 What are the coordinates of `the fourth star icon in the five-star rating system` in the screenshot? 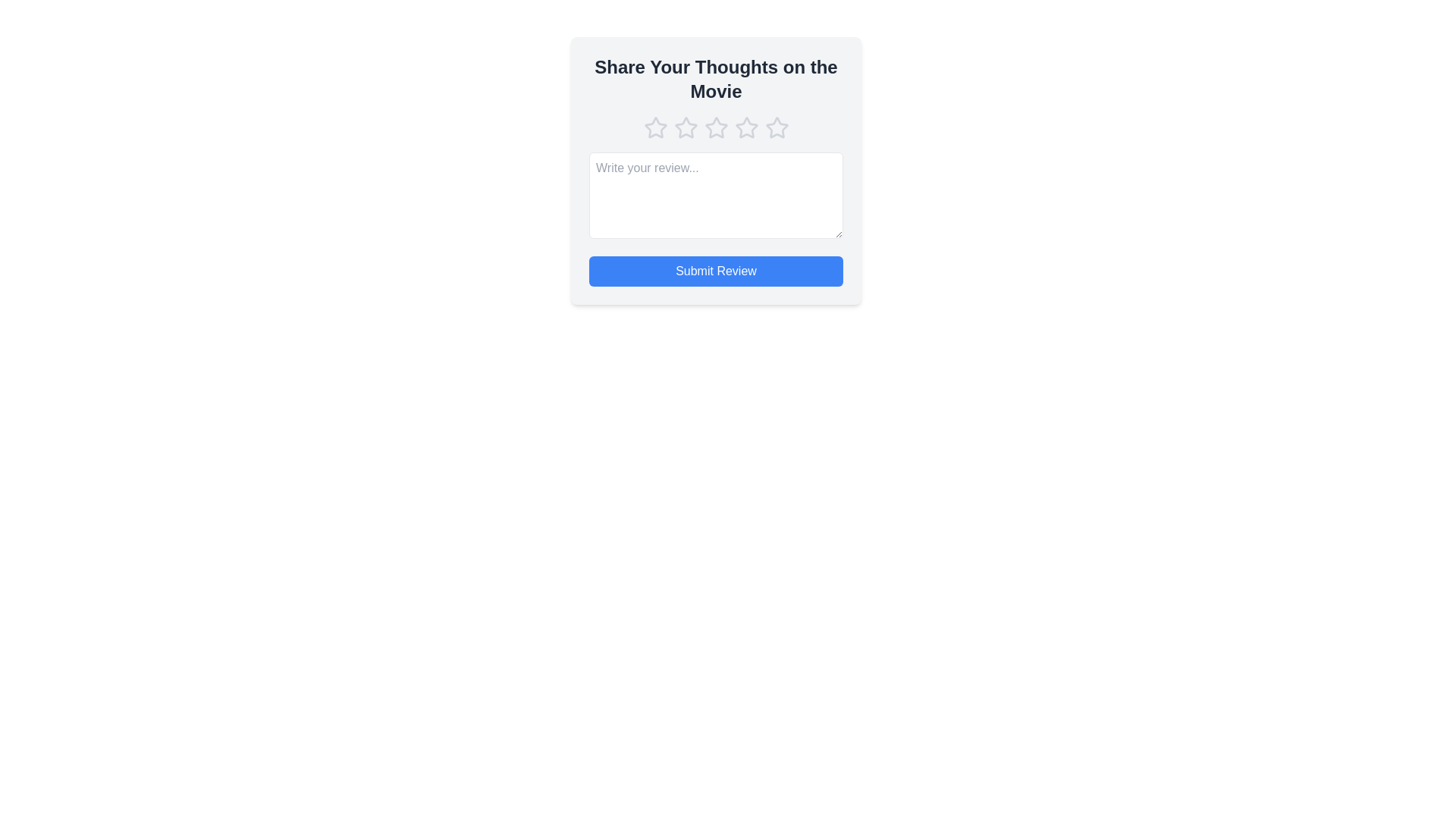 It's located at (746, 127).